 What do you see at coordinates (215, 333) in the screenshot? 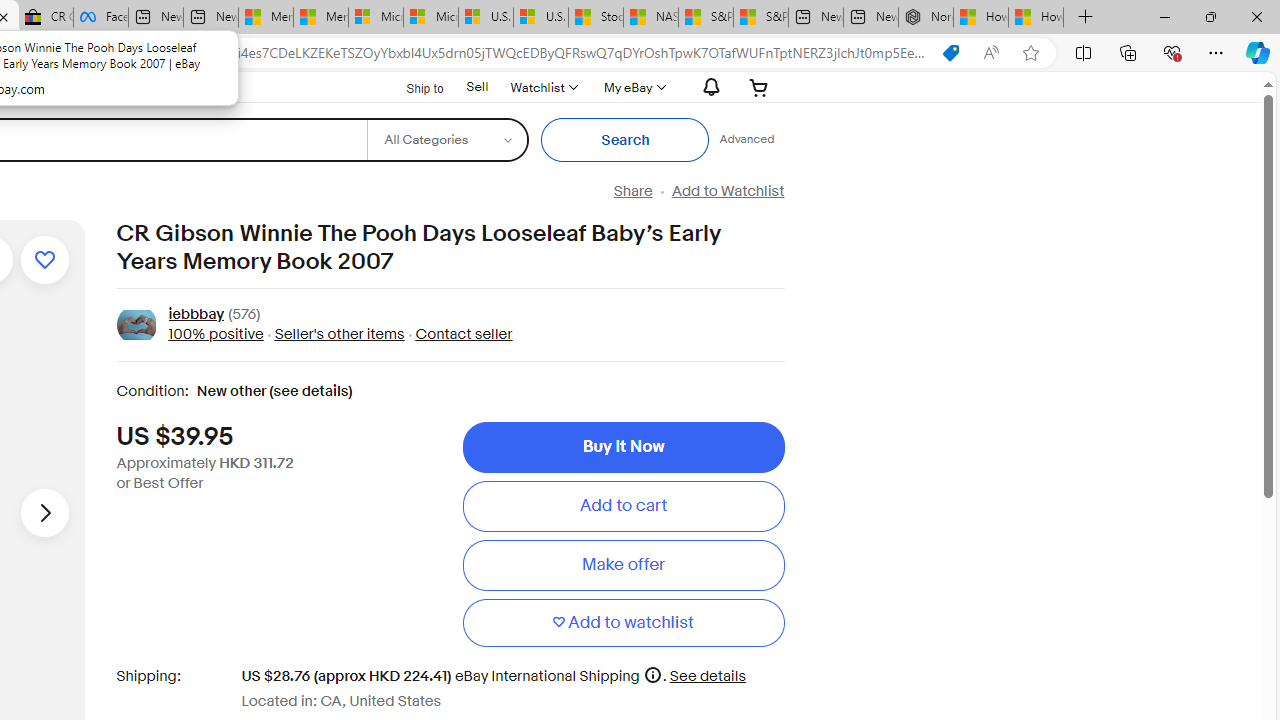
I see `'100% positive'` at bounding box center [215, 333].